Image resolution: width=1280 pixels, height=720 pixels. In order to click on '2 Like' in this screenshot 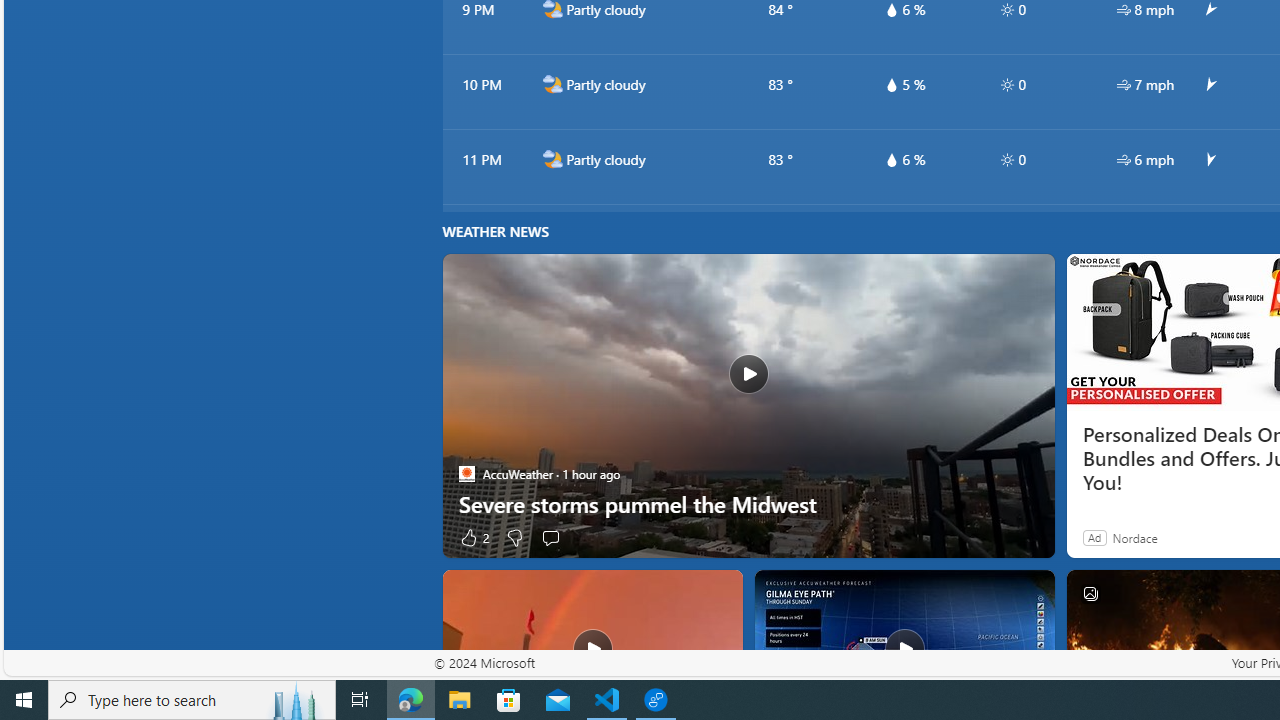, I will do `click(472, 536)`.